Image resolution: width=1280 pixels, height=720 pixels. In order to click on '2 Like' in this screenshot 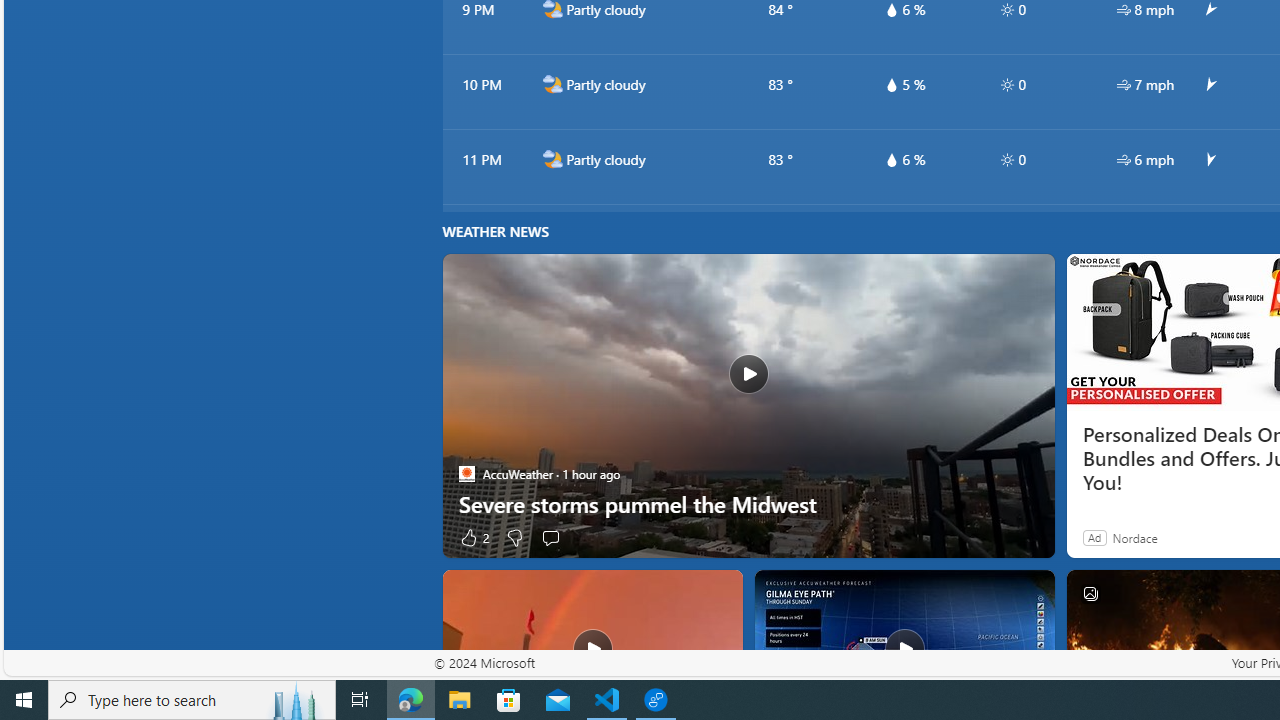, I will do `click(472, 536)`.